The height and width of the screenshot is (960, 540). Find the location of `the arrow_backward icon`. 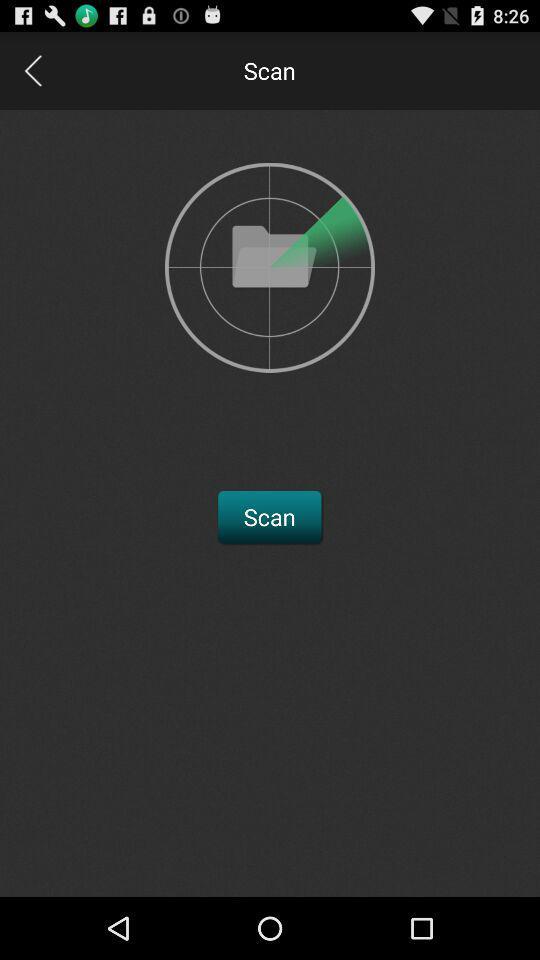

the arrow_backward icon is located at coordinates (31, 75).